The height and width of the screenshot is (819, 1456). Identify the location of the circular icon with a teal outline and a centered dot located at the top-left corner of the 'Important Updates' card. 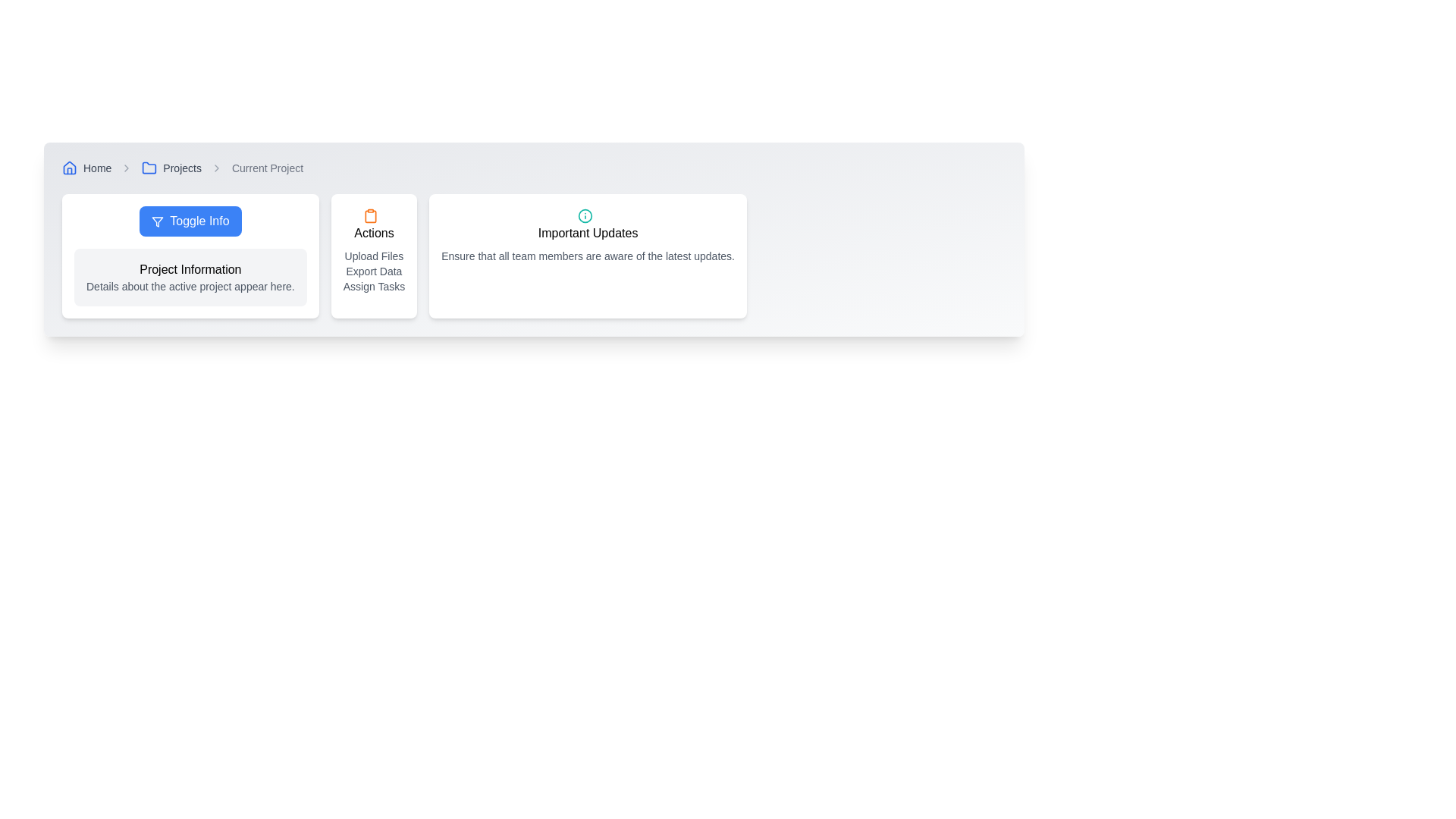
(584, 215).